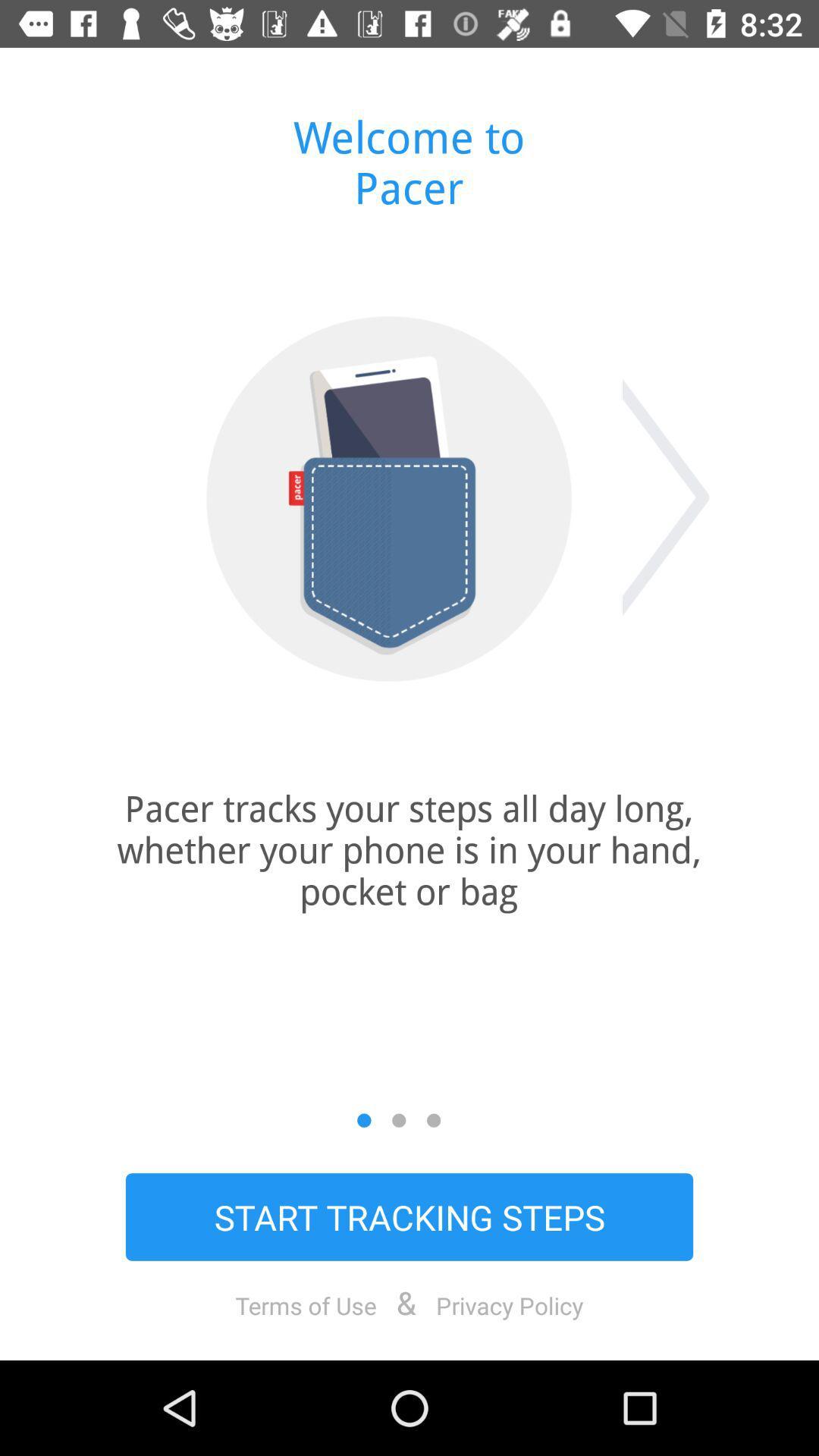 The image size is (819, 1456). What do you see at coordinates (510, 1304) in the screenshot?
I see `item next to & icon` at bounding box center [510, 1304].